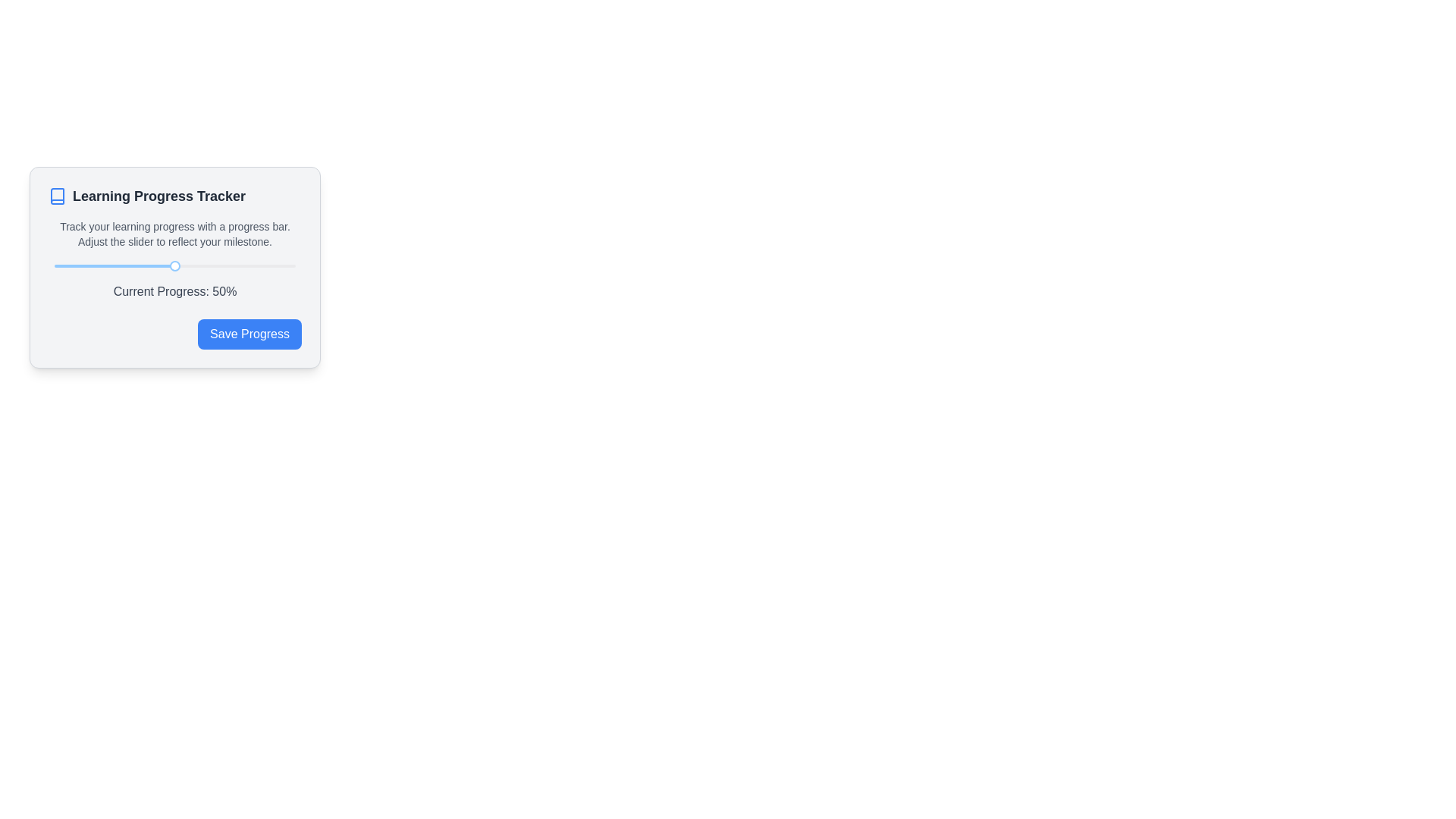 Image resolution: width=1456 pixels, height=819 pixels. I want to click on the current progress, so click(278, 265).